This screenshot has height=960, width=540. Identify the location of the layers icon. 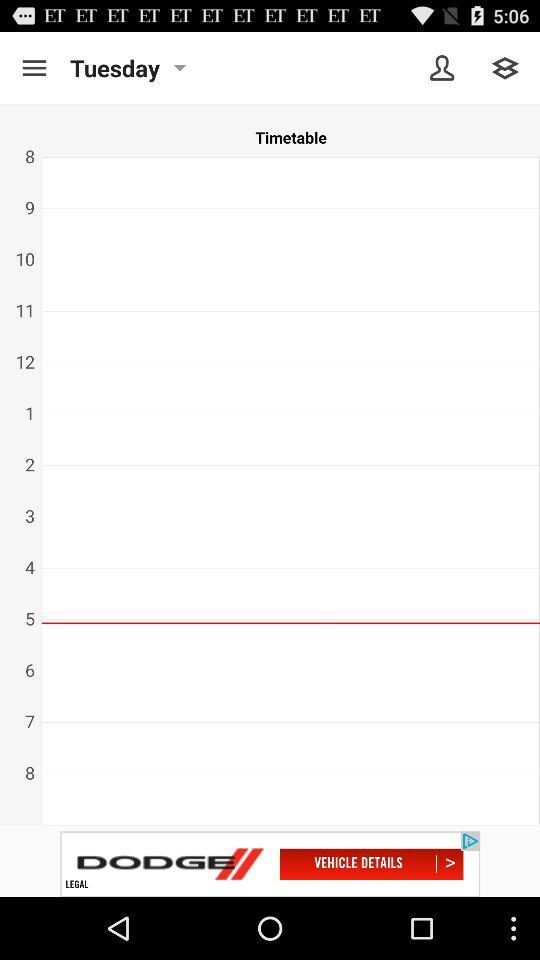
(504, 73).